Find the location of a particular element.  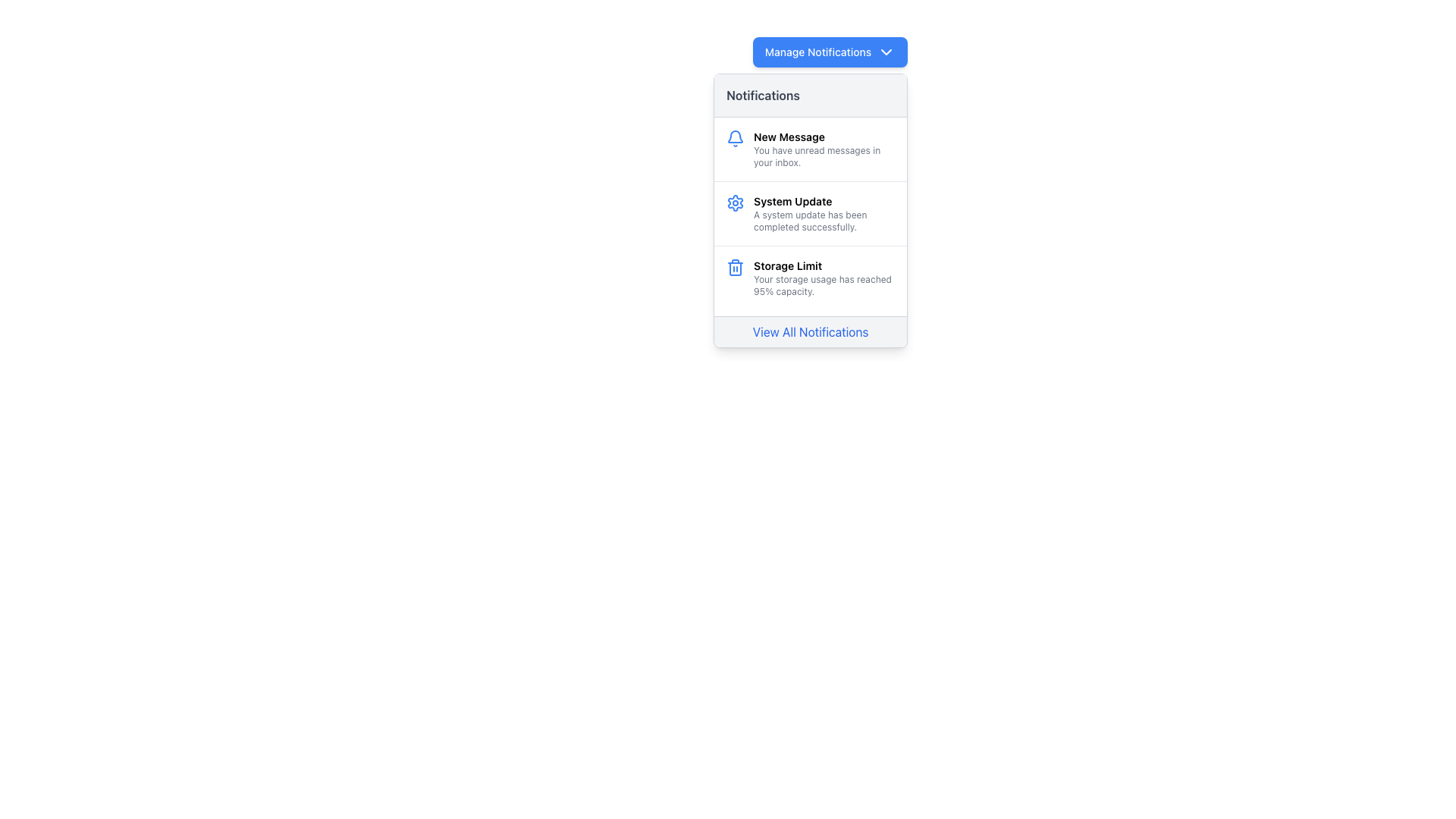

the notification card containing the text block that displays 'New Message' as the header and 'You have unread messages in your inbox.' as the supplementary detail is located at coordinates (824, 149).